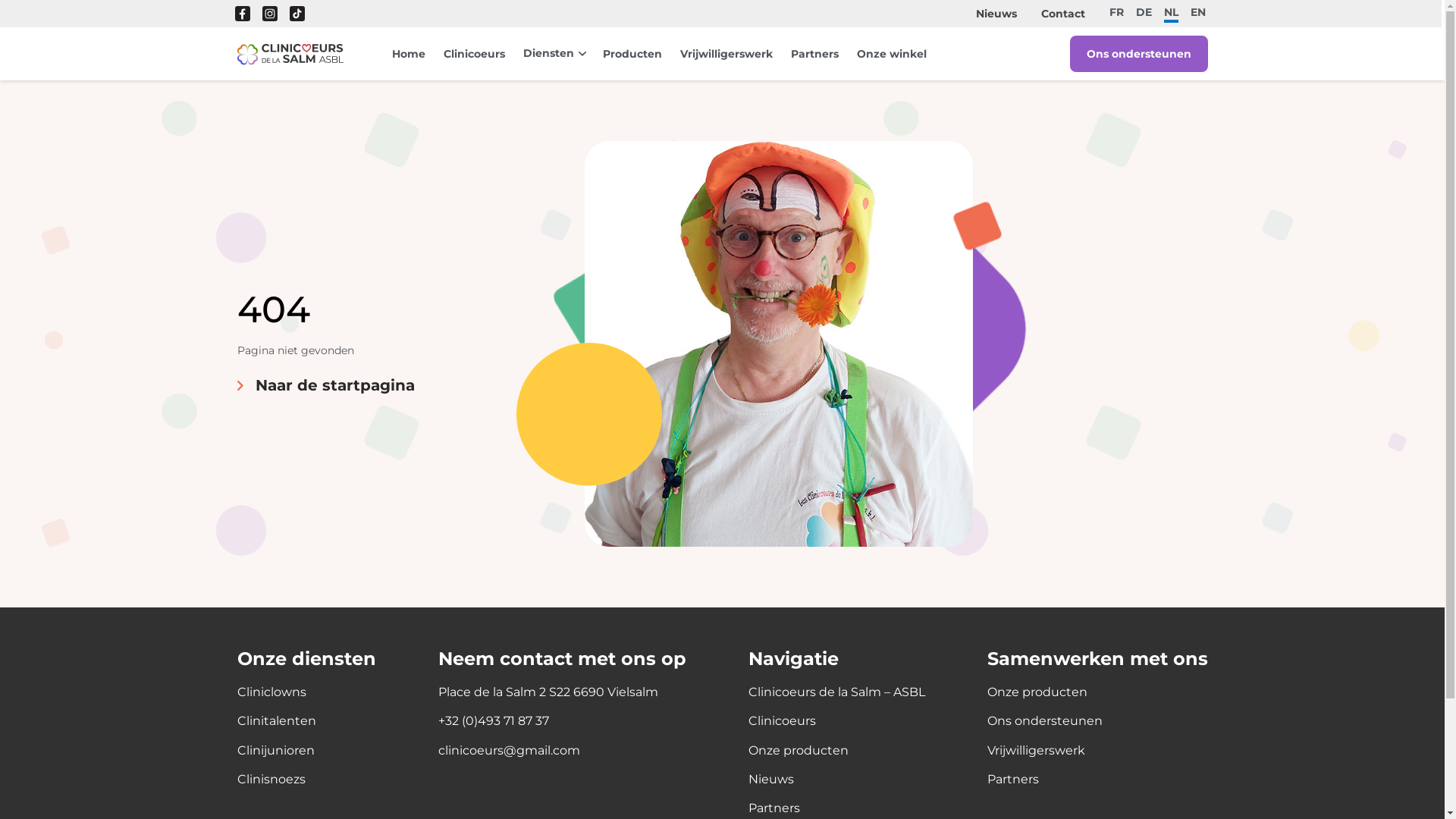  What do you see at coordinates (789, 52) in the screenshot?
I see `'Partners'` at bounding box center [789, 52].